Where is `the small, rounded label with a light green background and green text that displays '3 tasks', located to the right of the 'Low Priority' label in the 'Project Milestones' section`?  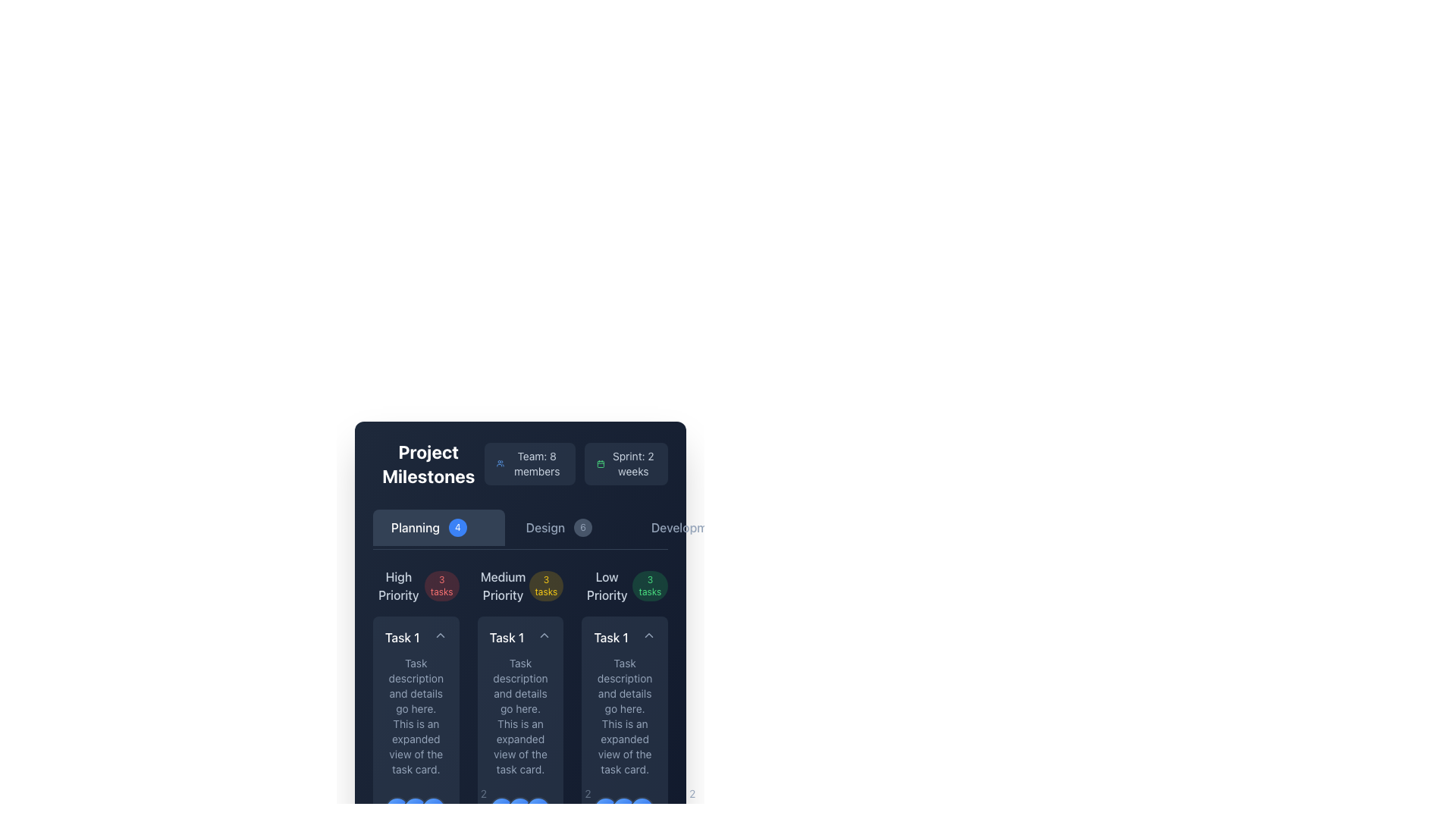
the small, rounded label with a light green background and green text that displays '3 tasks', located to the right of the 'Low Priority' label in the 'Project Milestones' section is located at coordinates (650, 585).